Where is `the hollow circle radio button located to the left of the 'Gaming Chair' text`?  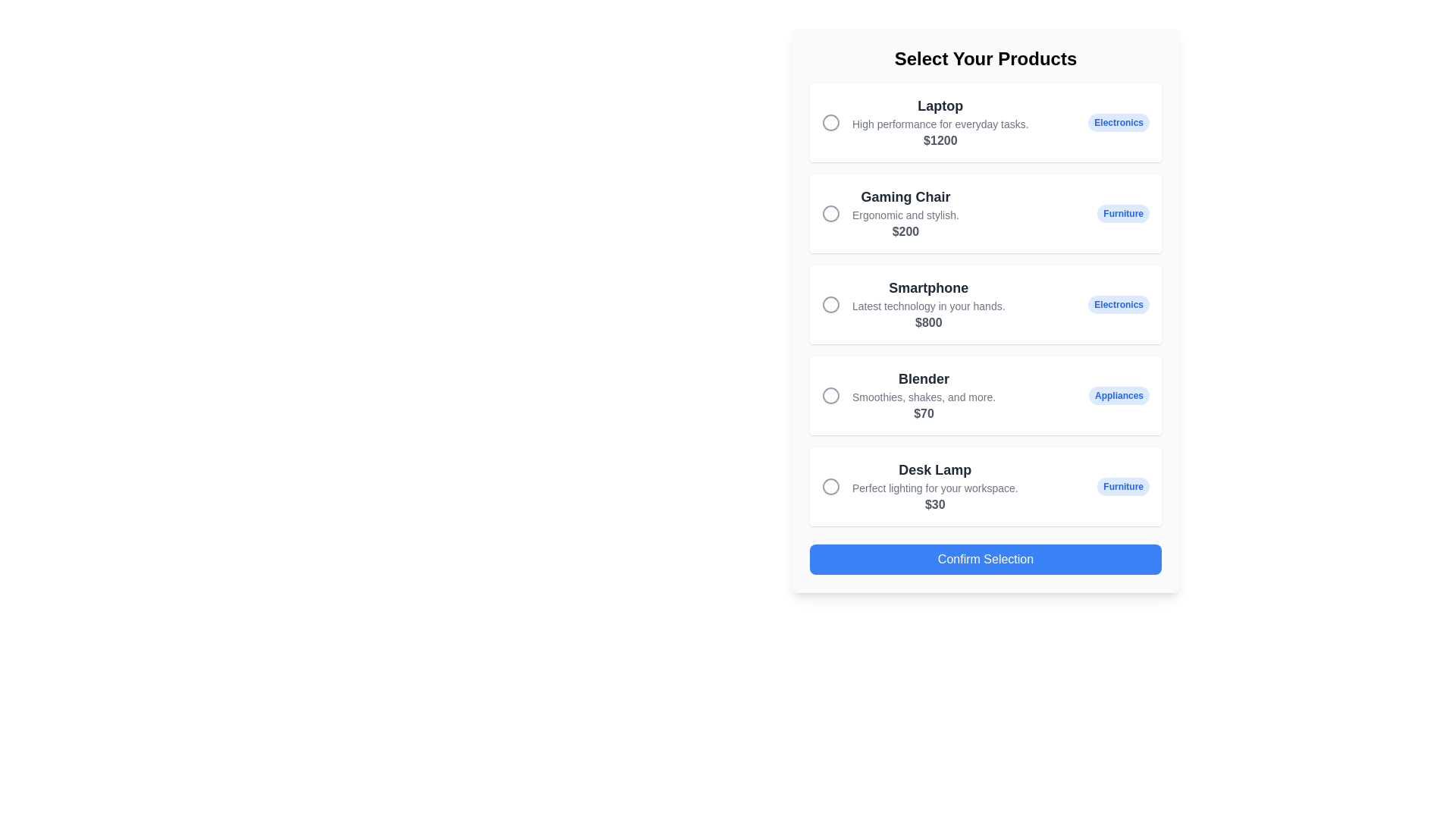 the hollow circle radio button located to the left of the 'Gaming Chair' text is located at coordinates (830, 213).